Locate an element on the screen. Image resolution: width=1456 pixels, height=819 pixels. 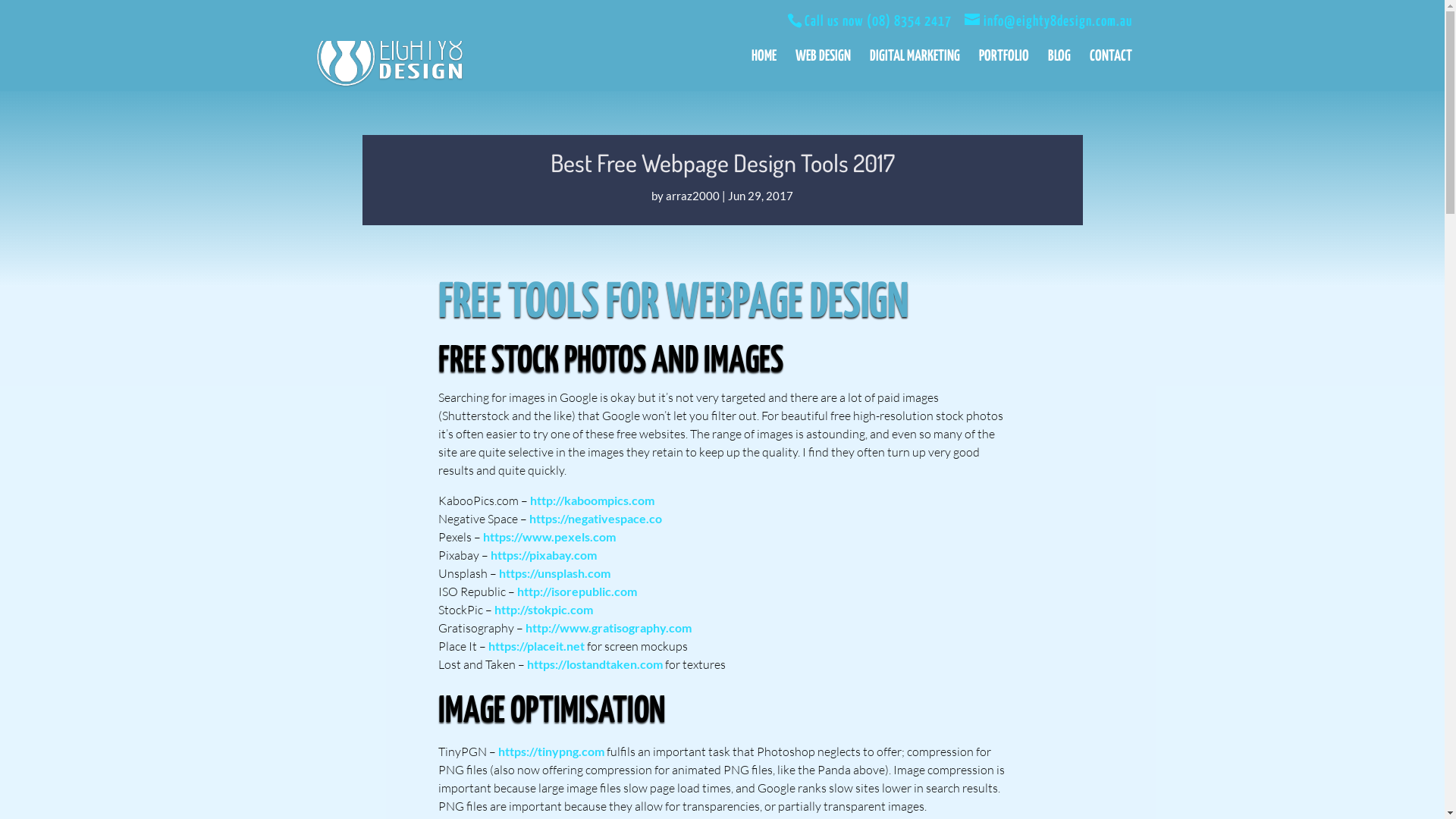
'http://isorepublic.com' is located at coordinates (576, 590).